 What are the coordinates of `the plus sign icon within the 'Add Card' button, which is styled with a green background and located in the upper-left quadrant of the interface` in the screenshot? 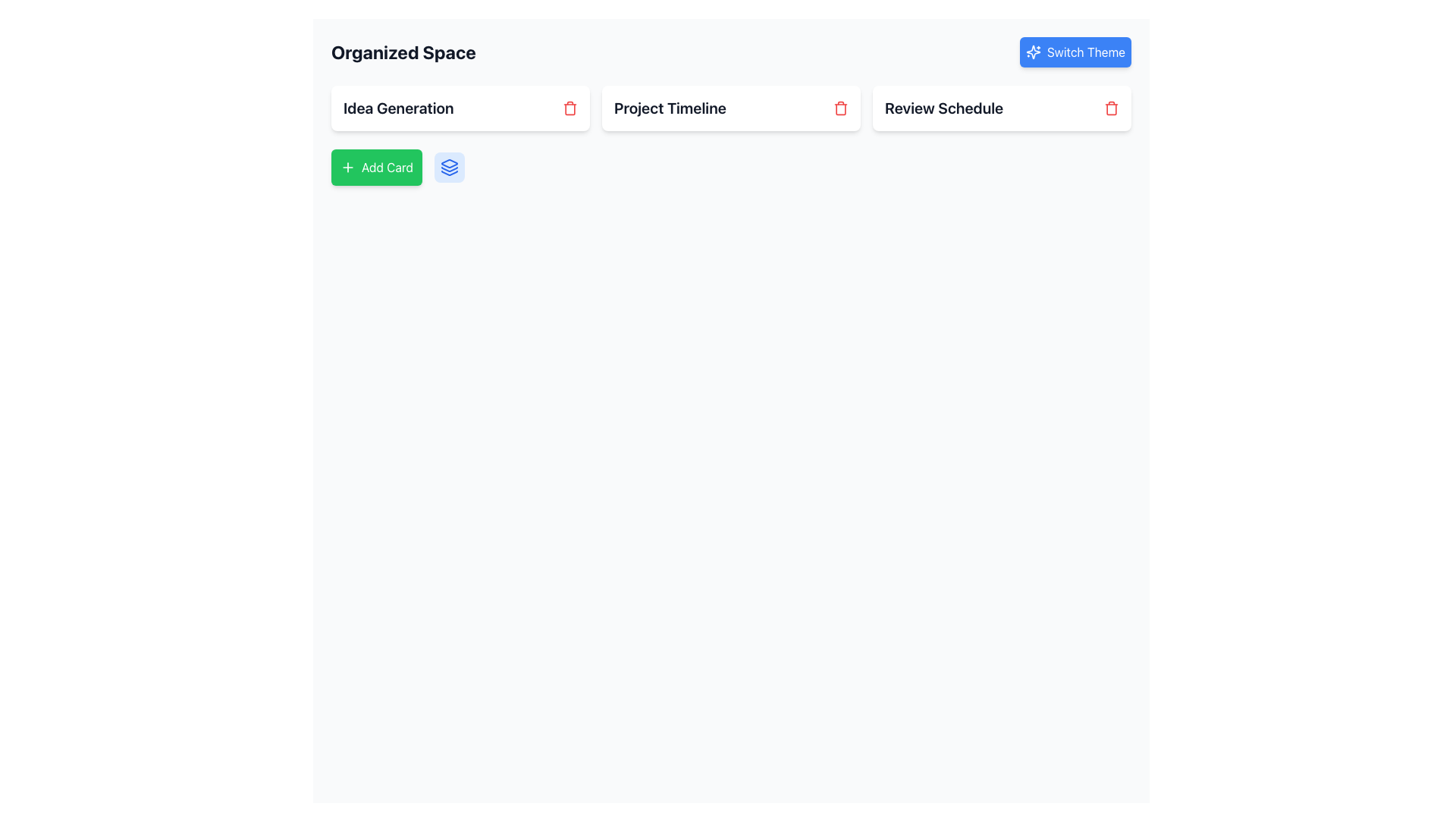 It's located at (347, 167).